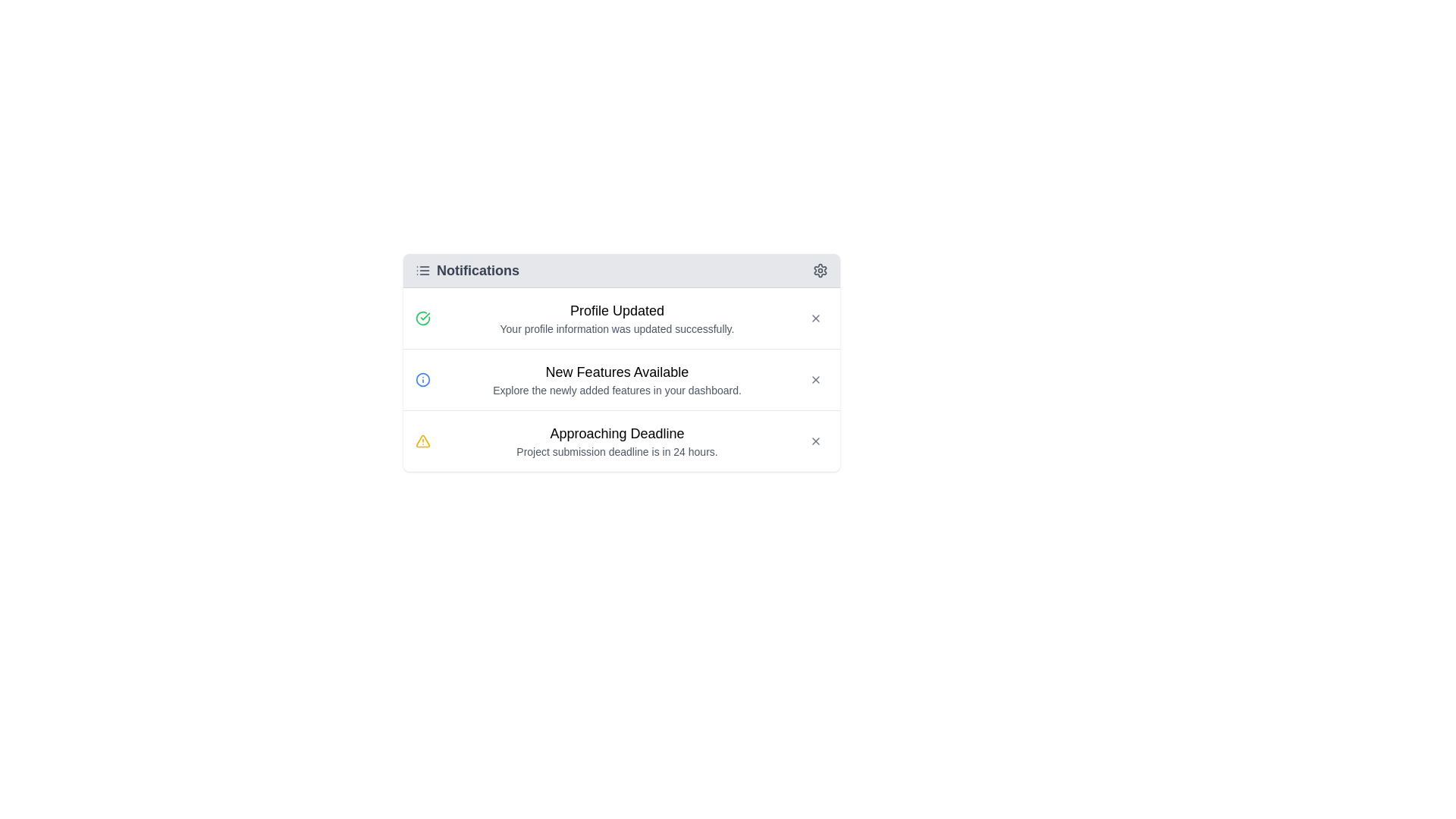 This screenshot has height=819, width=1456. I want to click on confirmation message displayed in the text label indicating that the profile information update was successful, located centrally below the 'Profile Updated' heading, so click(617, 328).